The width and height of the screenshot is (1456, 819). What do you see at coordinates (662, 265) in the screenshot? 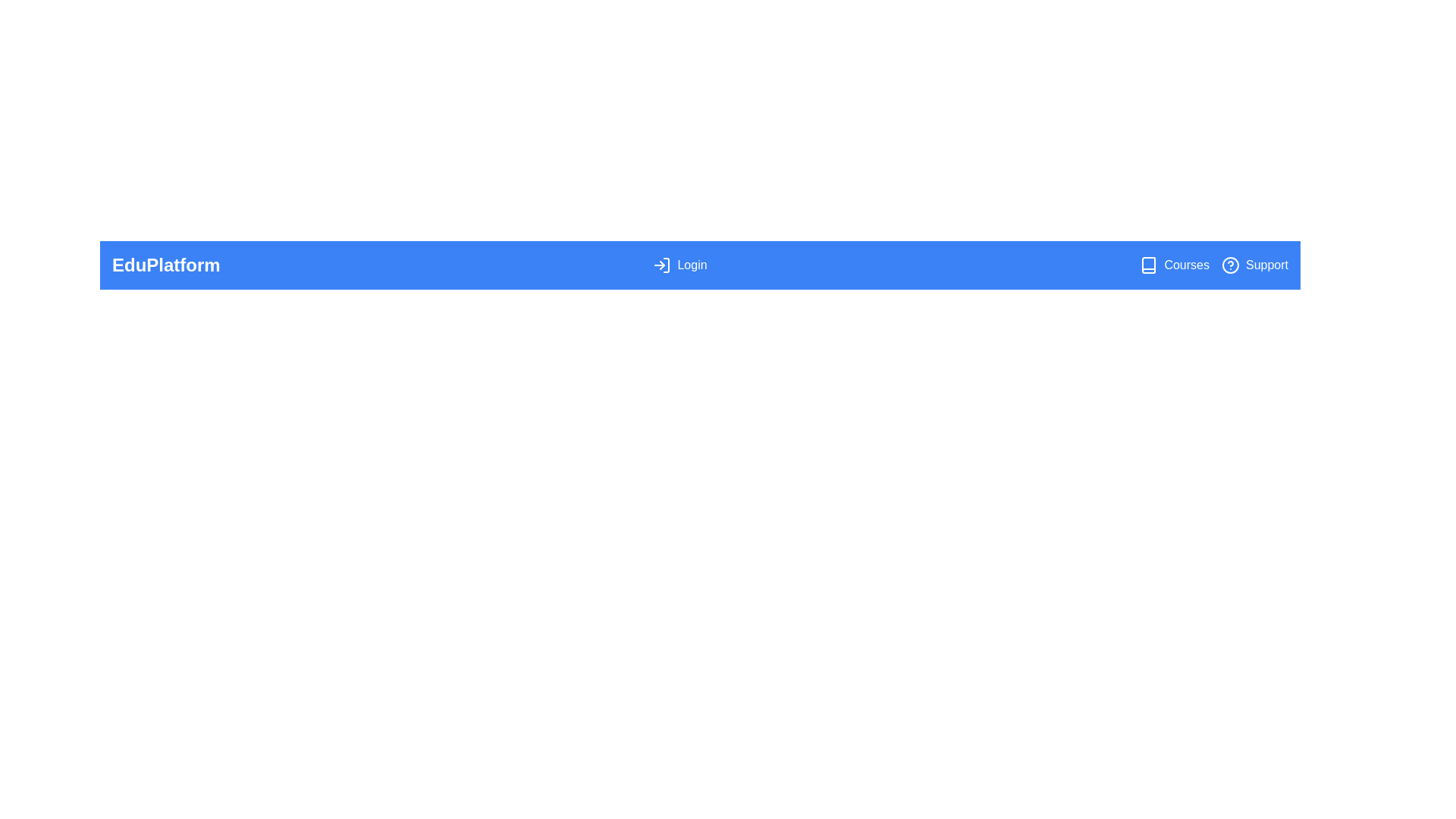
I see `the login icon located in the navigation bar near the right side, adjacent to the 'Login' text` at bounding box center [662, 265].